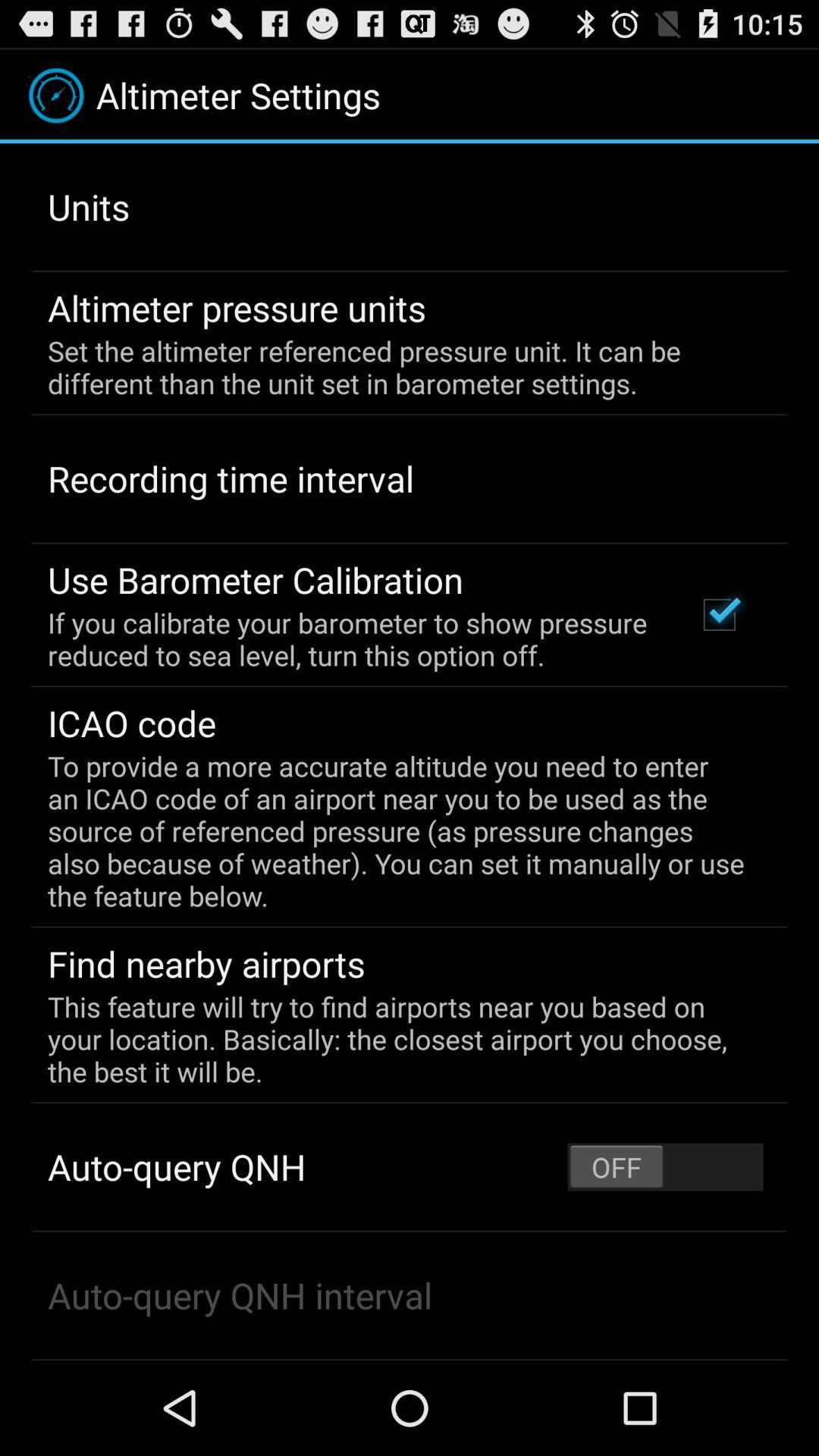 The width and height of the screenshot is (819, 1456). Describe the element at coordinates (255, 579) in the screenshot. I see `use barometer calibration` at that location.